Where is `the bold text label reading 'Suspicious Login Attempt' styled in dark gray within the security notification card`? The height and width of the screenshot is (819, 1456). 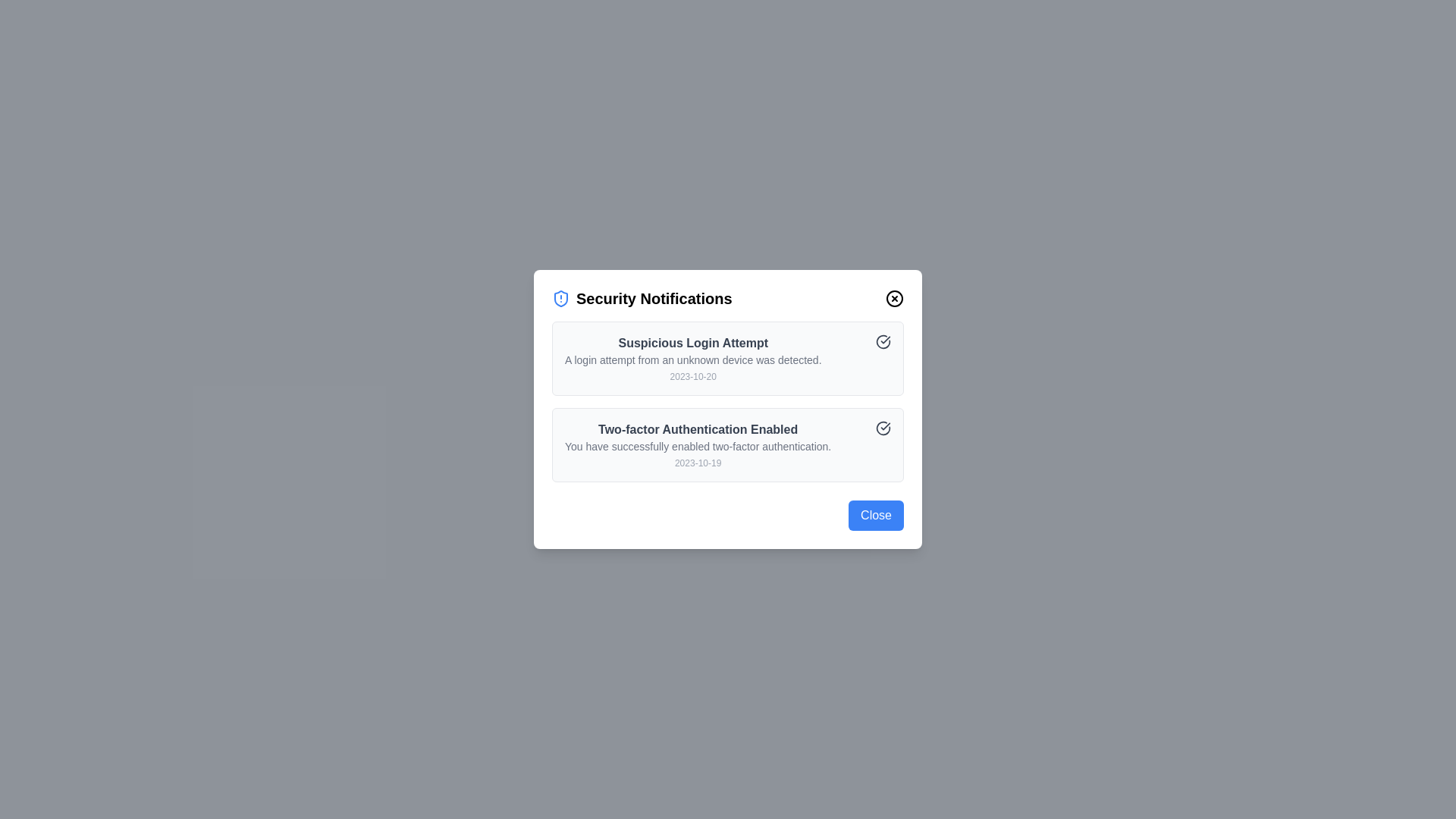
the bold text label reading 'Suspicious Login Attempt' styled in dark gray within the security notification card is located at coordinates (692, 343).